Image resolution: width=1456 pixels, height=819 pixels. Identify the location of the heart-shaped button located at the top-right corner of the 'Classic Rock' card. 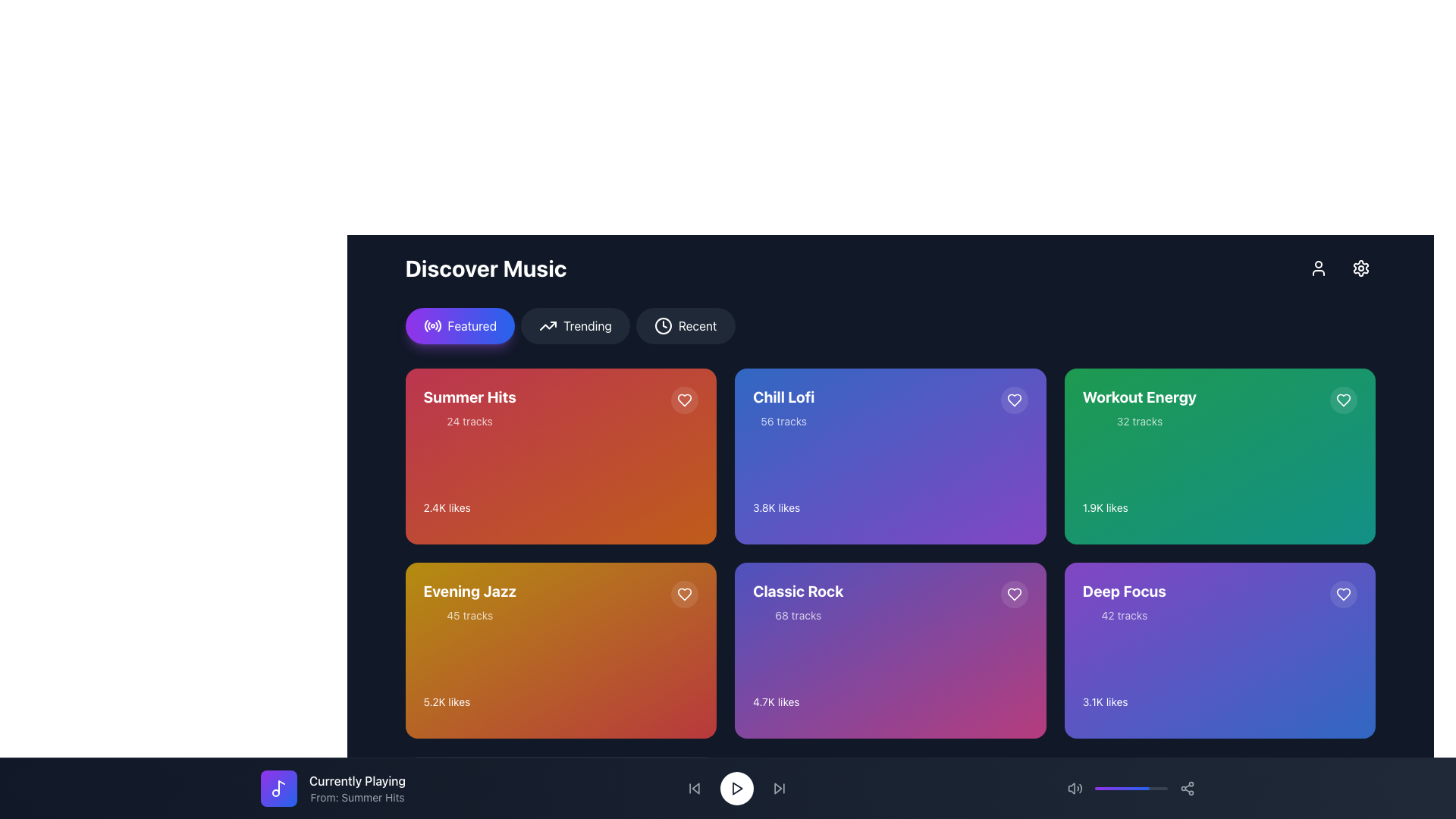
(1014, 593).